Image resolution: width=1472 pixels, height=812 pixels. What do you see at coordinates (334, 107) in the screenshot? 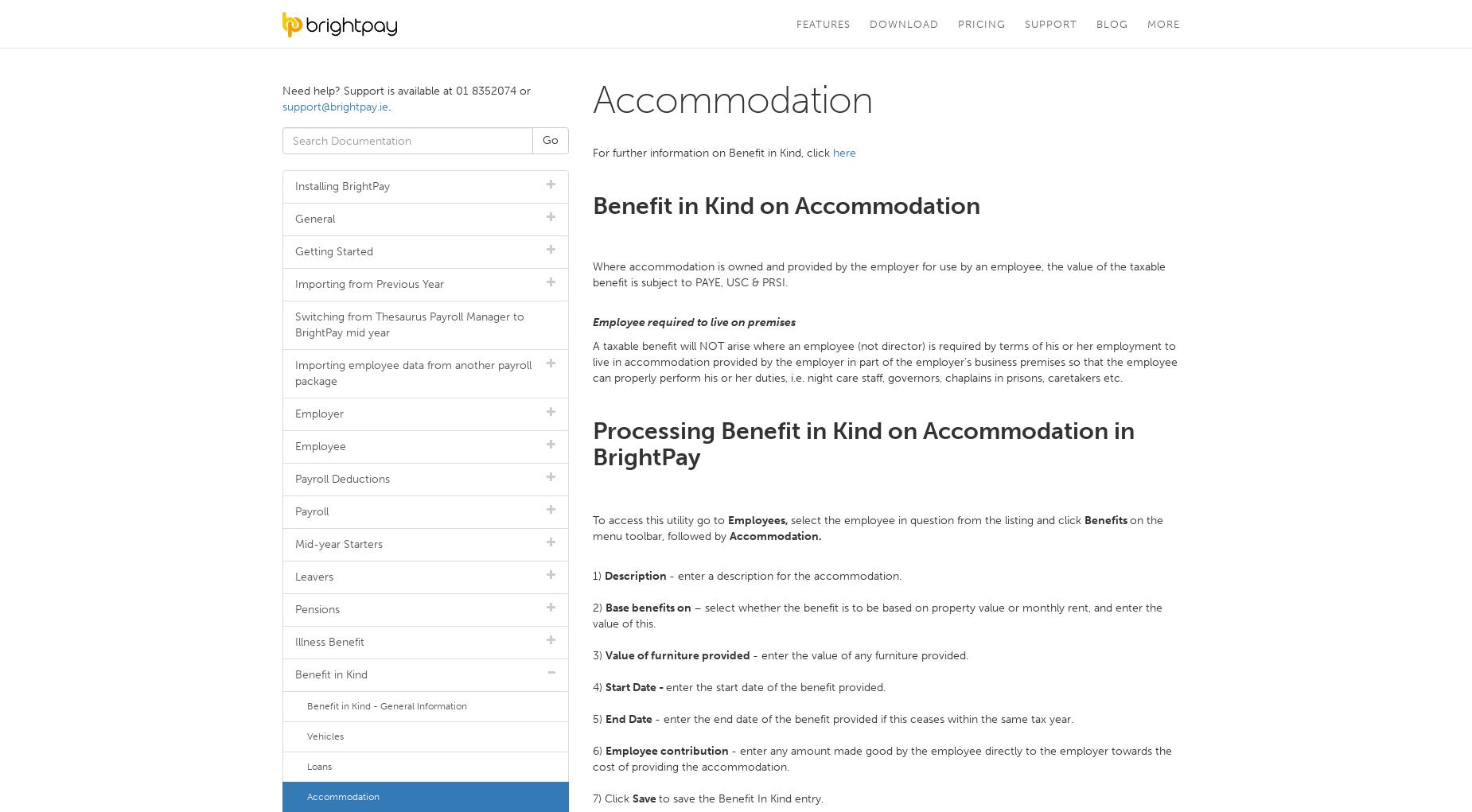
I see `'support@brightpay.ie'` at bounding box center [334, 107].